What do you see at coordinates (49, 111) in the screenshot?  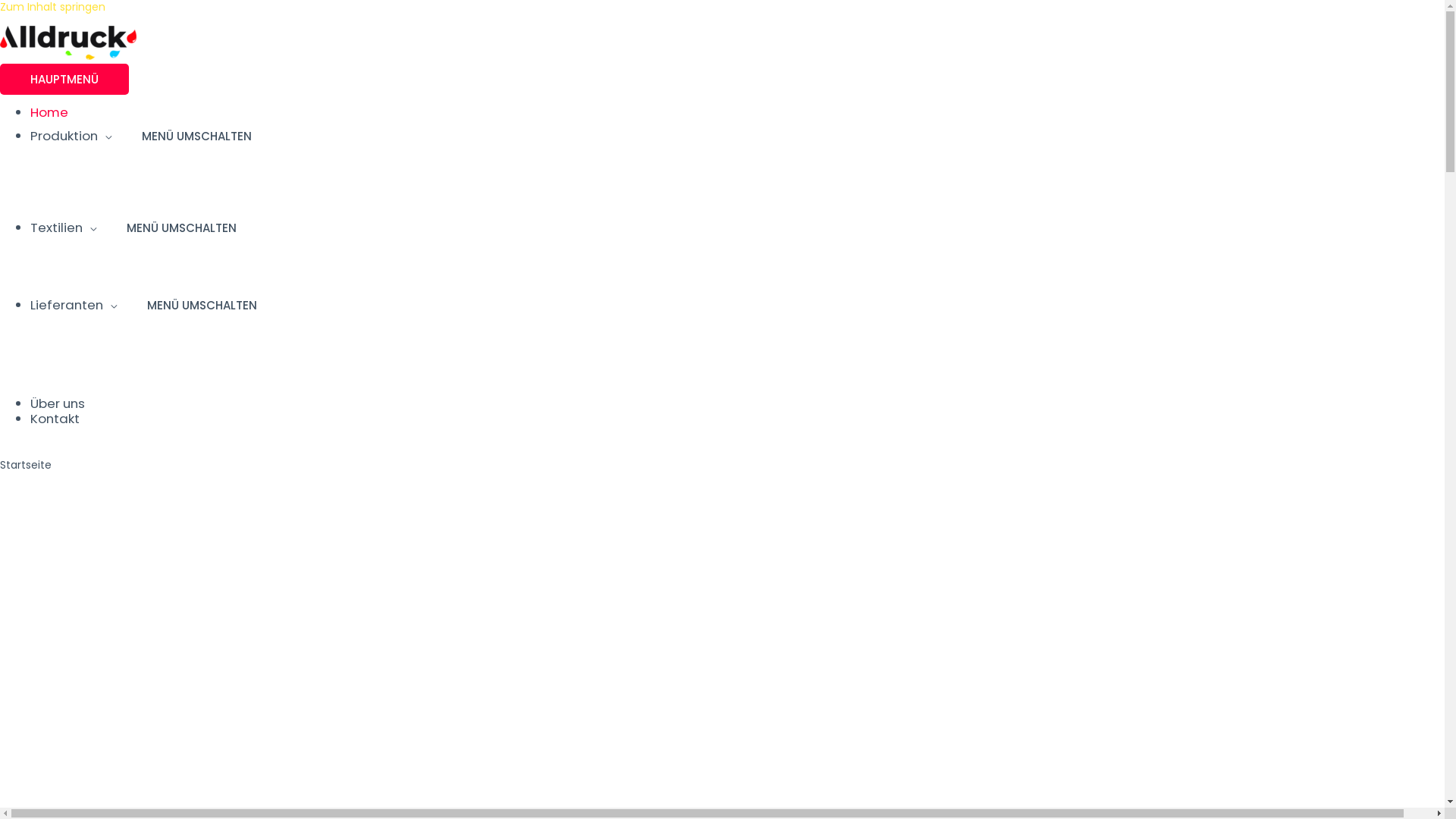 I see `'Home'` at bounding box center [49, 111].